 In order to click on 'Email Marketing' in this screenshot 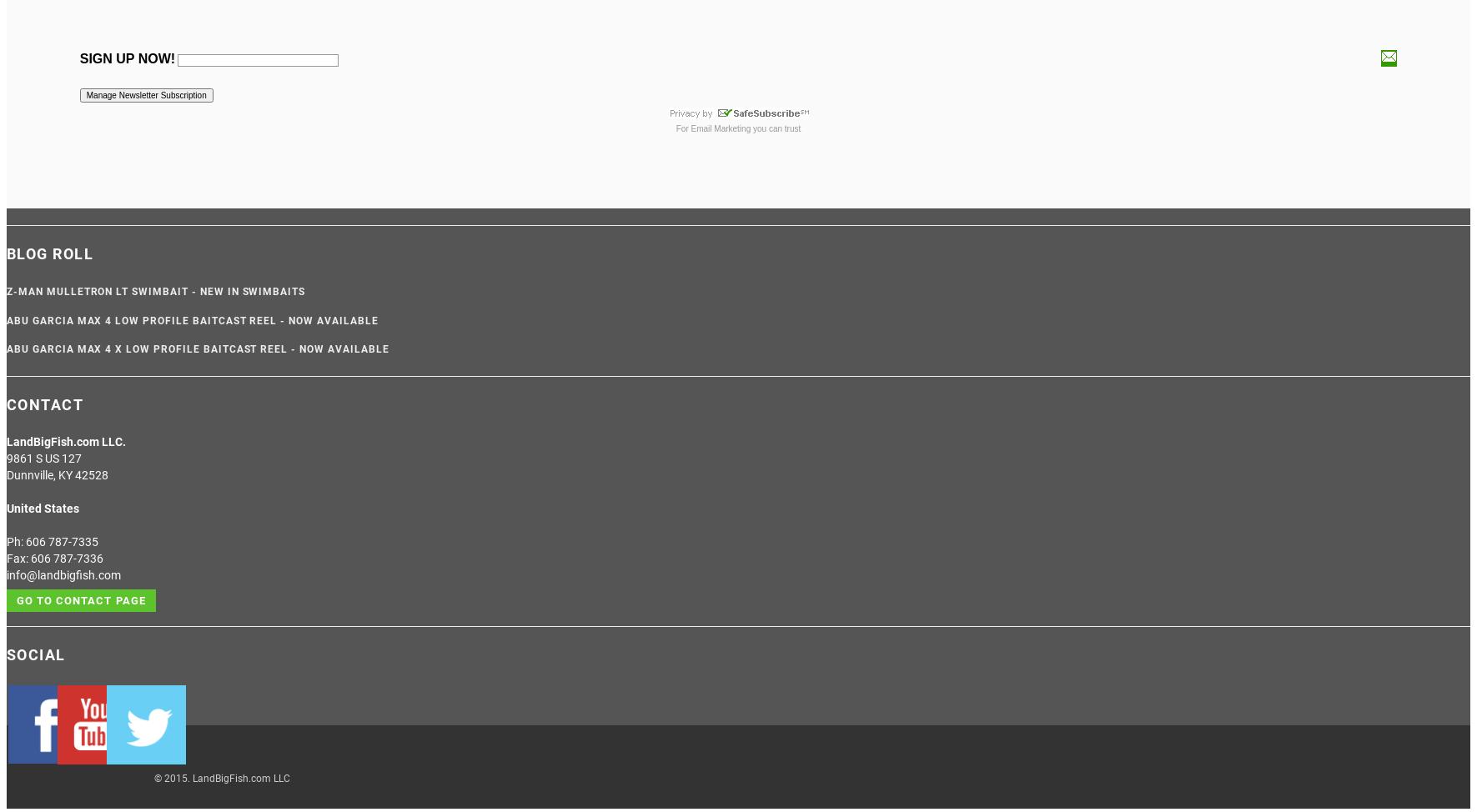, I will do `click(689, 127)`.